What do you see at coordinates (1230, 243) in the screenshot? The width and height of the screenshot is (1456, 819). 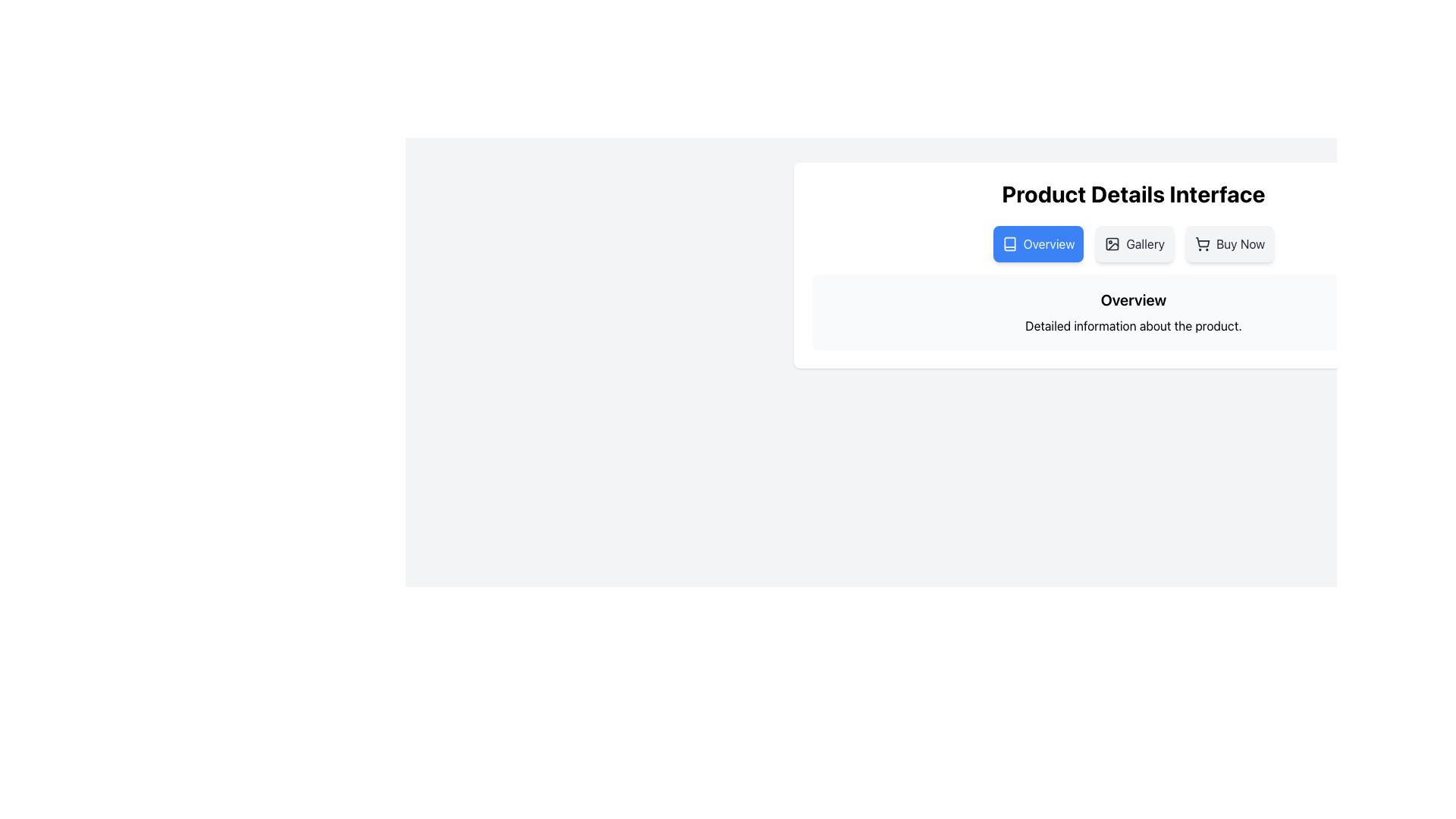 I see `the 'Buy Now' button, which is the third button in a horizontal button group` at bounding box center [1230, 243].